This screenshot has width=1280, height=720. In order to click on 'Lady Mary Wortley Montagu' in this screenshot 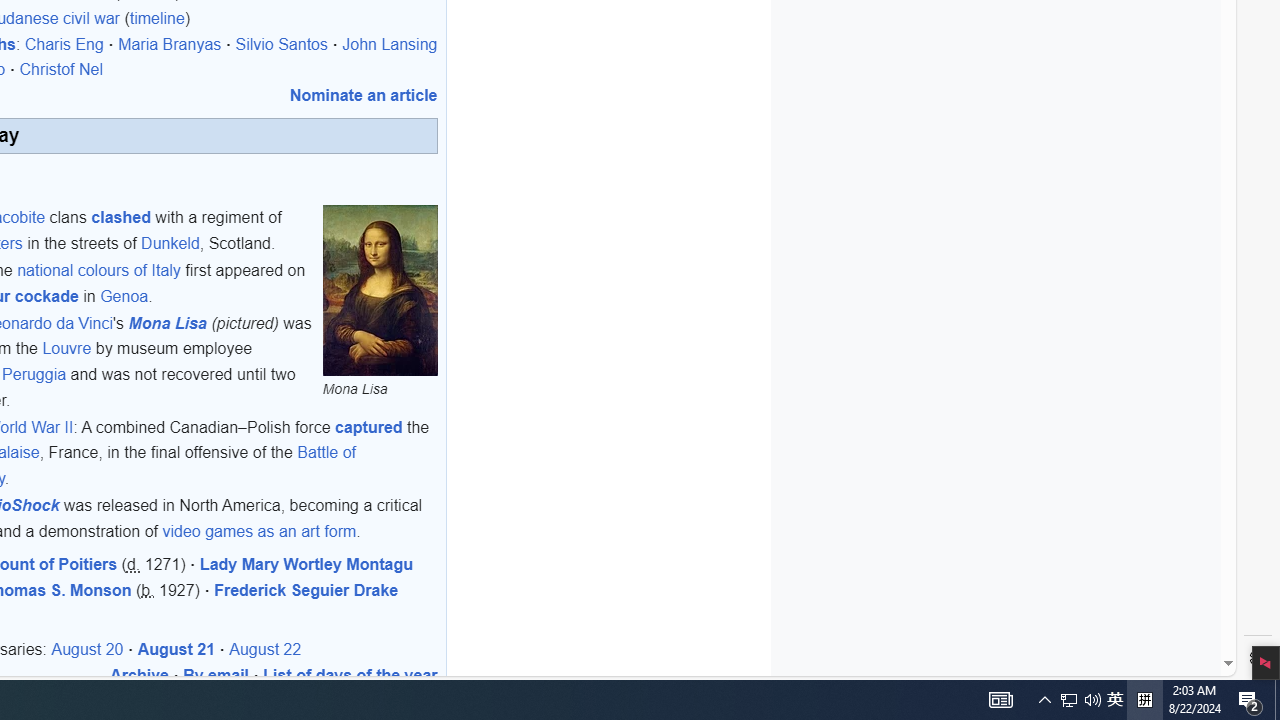, I will do `click(304, 564)`.